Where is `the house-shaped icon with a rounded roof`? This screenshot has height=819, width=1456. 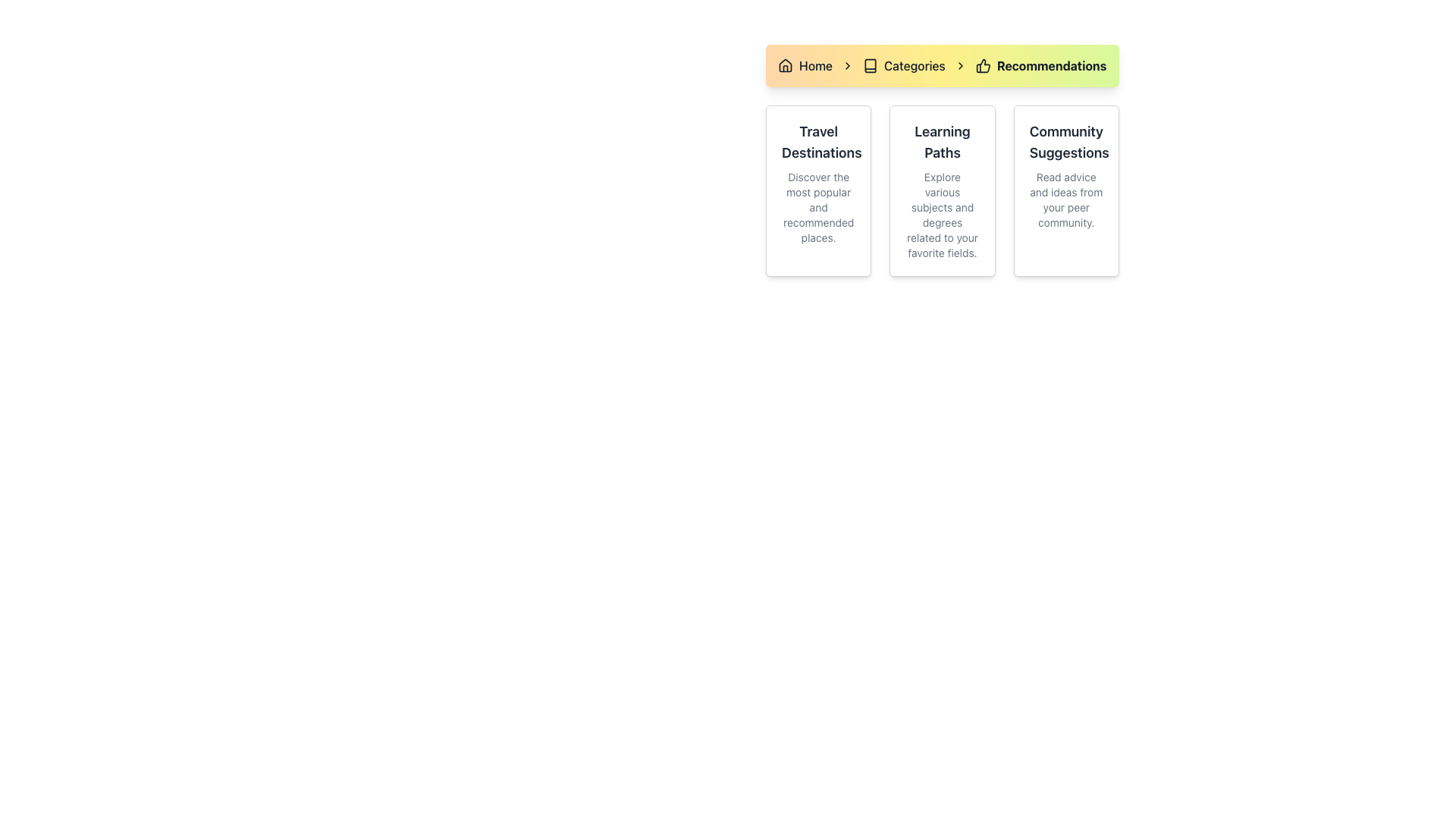 the house-shaped icon with a rounded roof is located at coordinates (786, 65).